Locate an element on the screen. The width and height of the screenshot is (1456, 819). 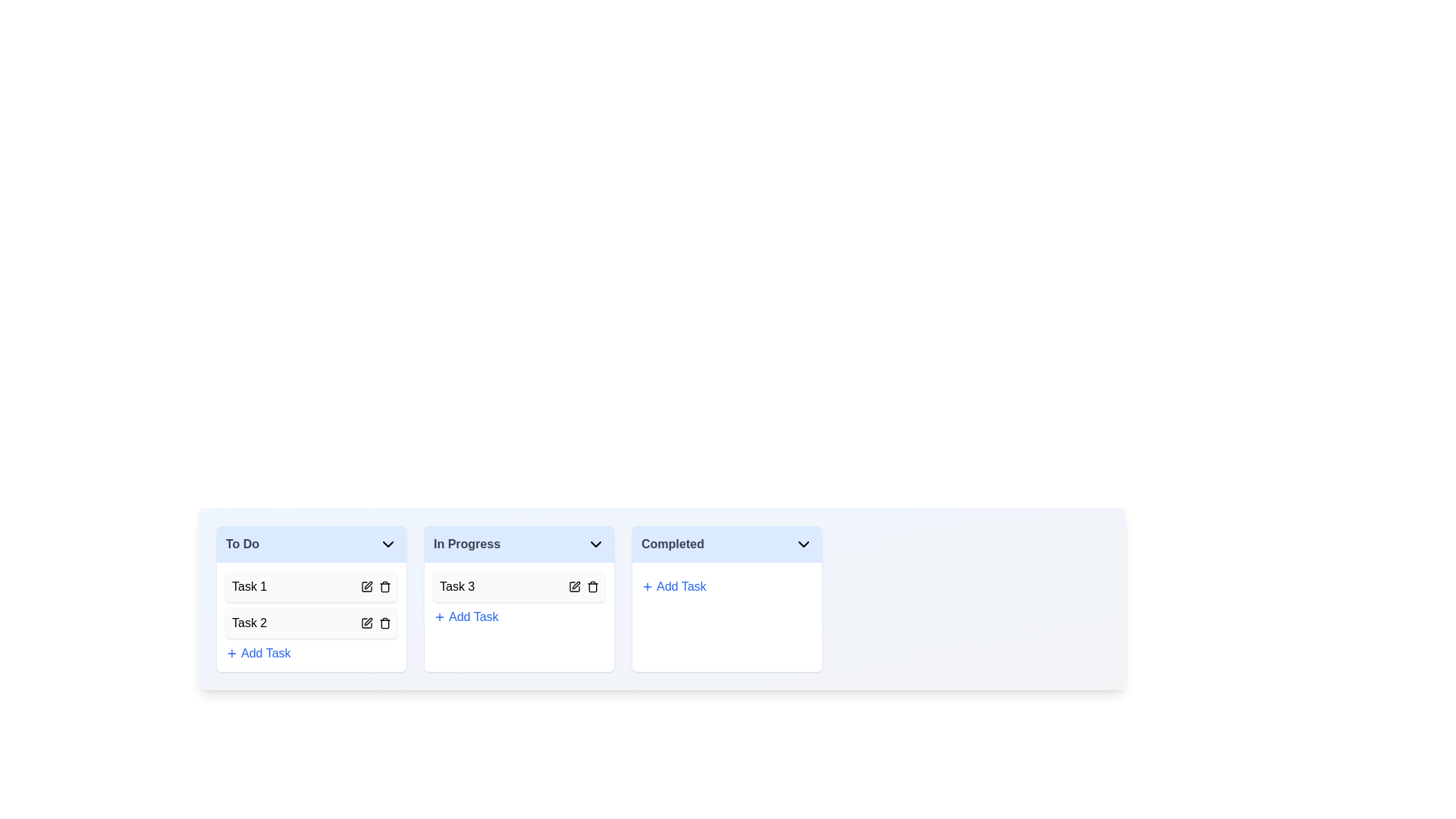
the 'Add Task' button for Completed board is located at coordinates (673, 586).